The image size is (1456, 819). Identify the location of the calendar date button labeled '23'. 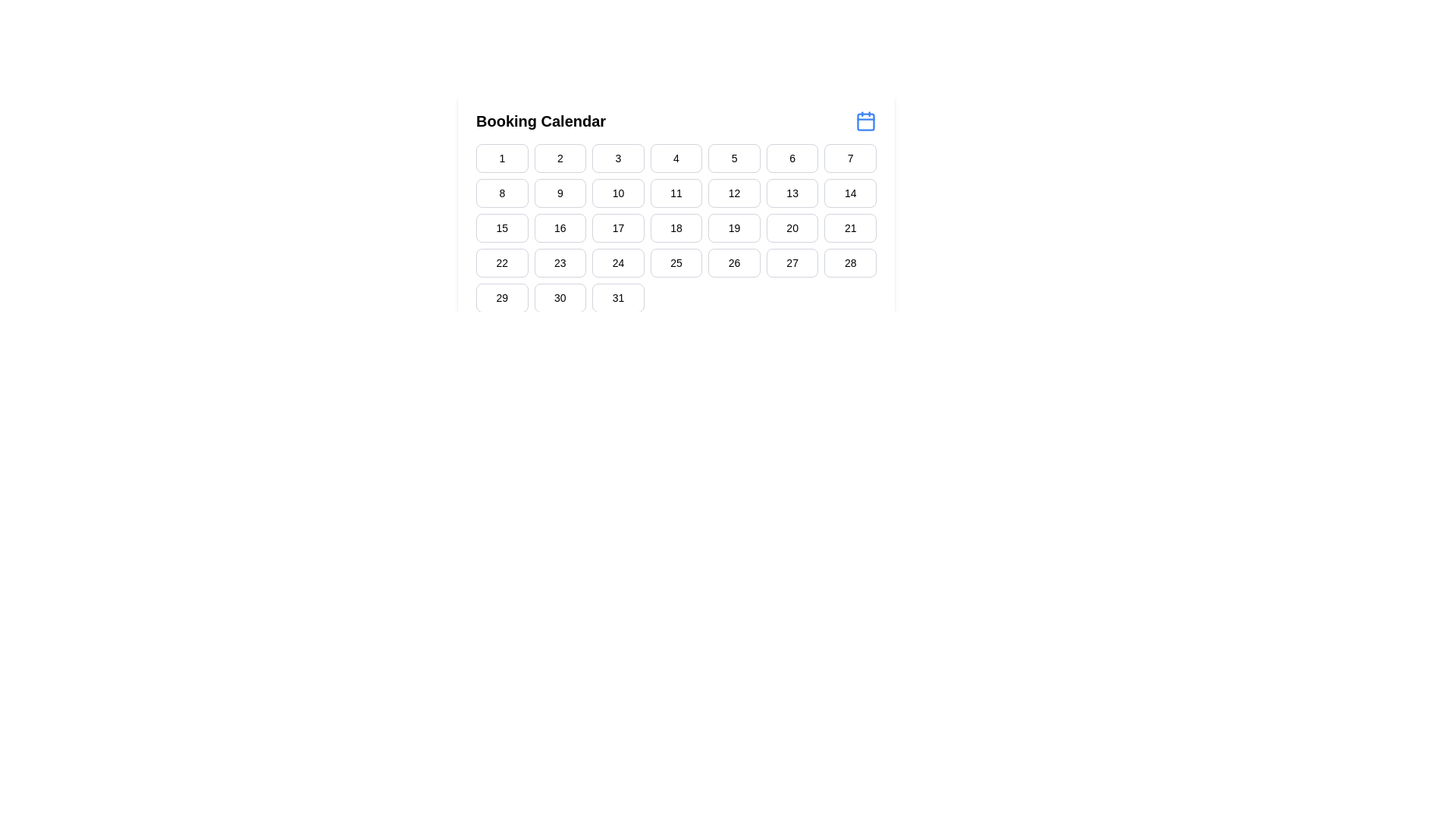
(559, 262).